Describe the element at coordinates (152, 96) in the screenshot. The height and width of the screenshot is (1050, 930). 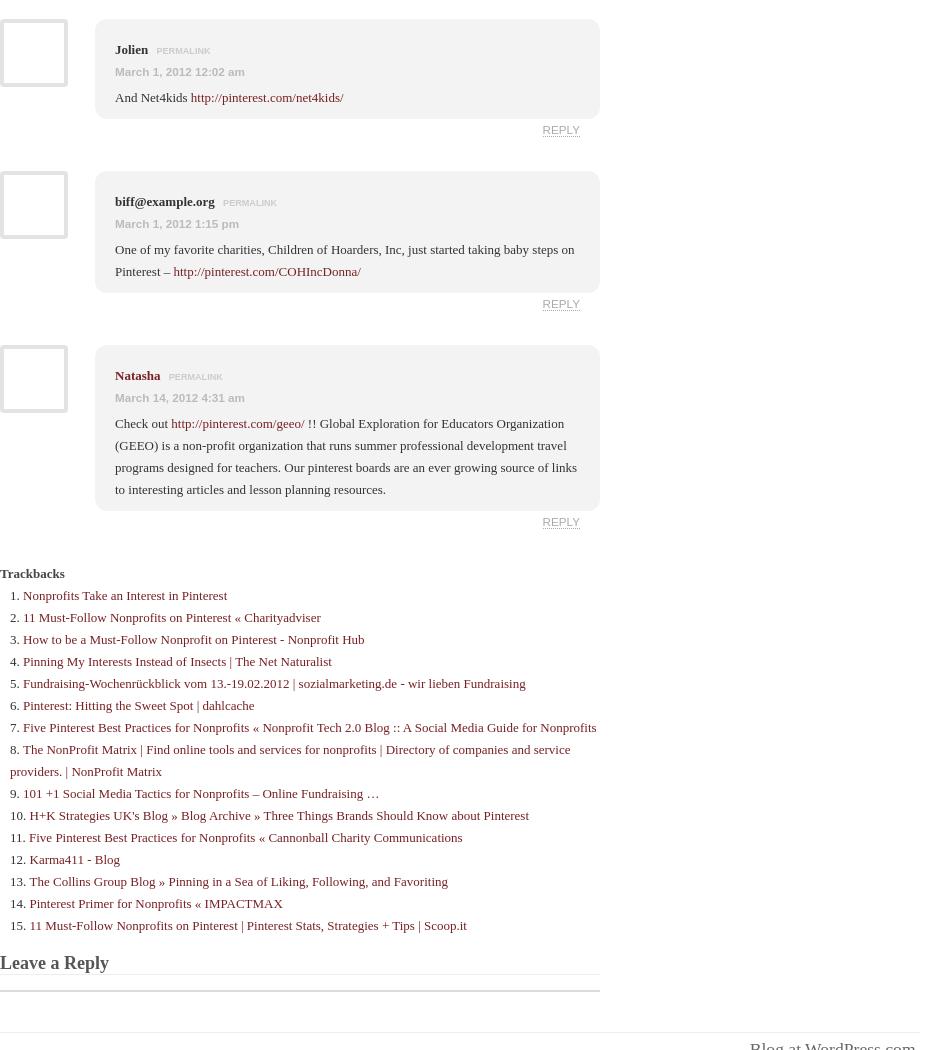
I see `'And Net4kids'` at that location.